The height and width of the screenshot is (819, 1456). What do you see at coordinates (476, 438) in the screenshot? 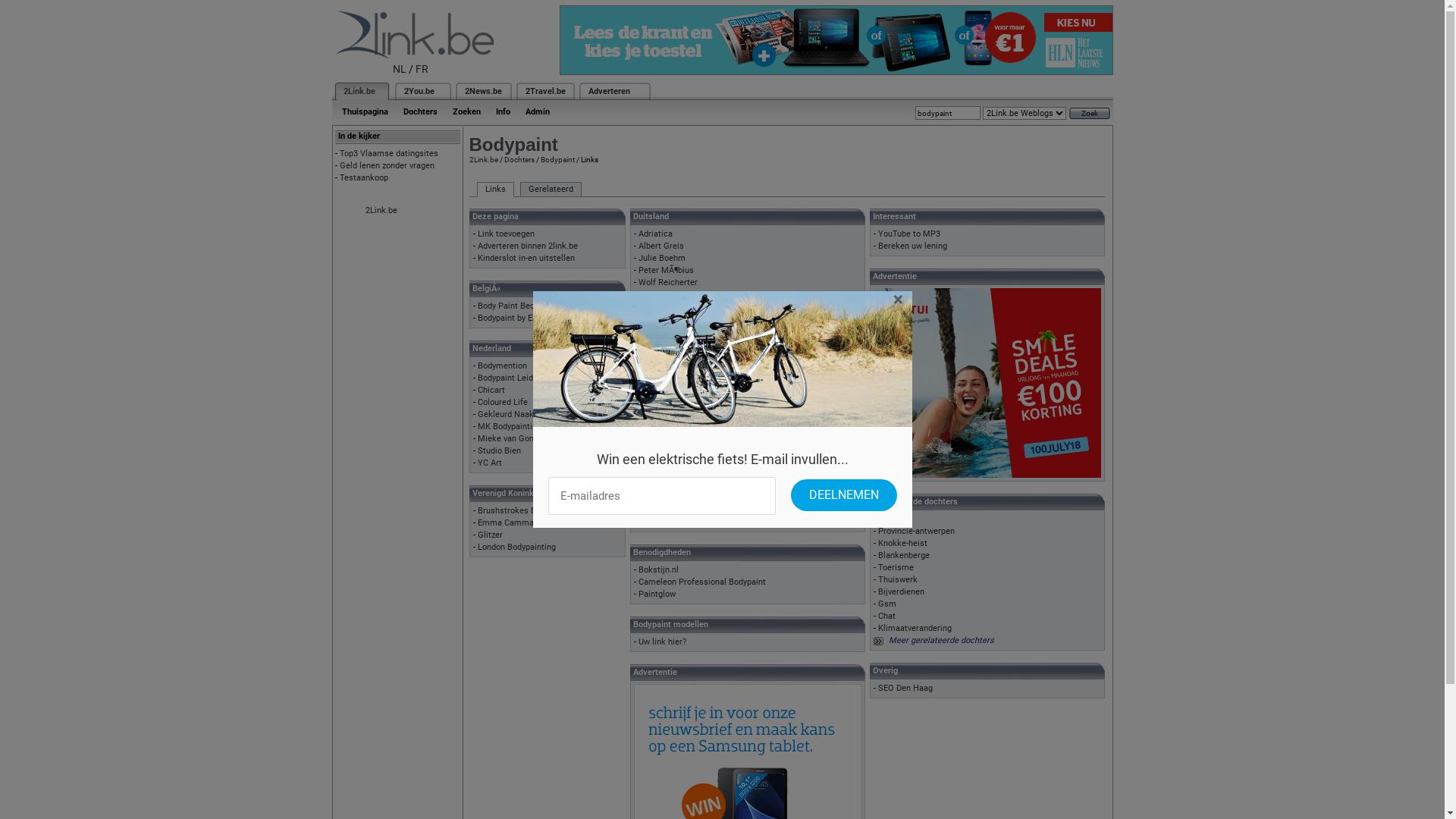
I see `'Mieke van Gompel'` at bounding box center [476, 438].